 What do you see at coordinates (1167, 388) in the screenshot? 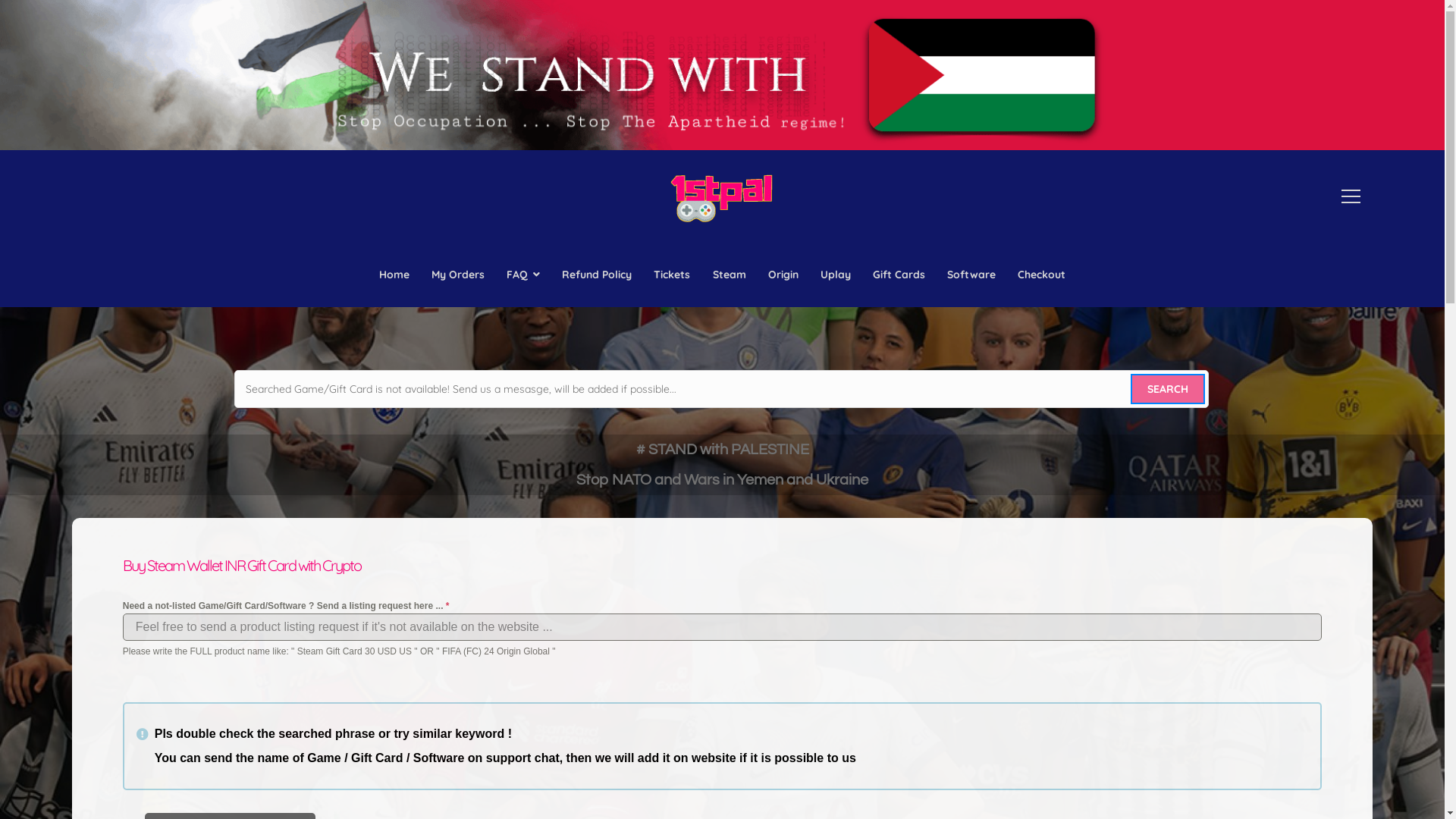
I see `'SEARCH'` at bounding box center [1167, 388].